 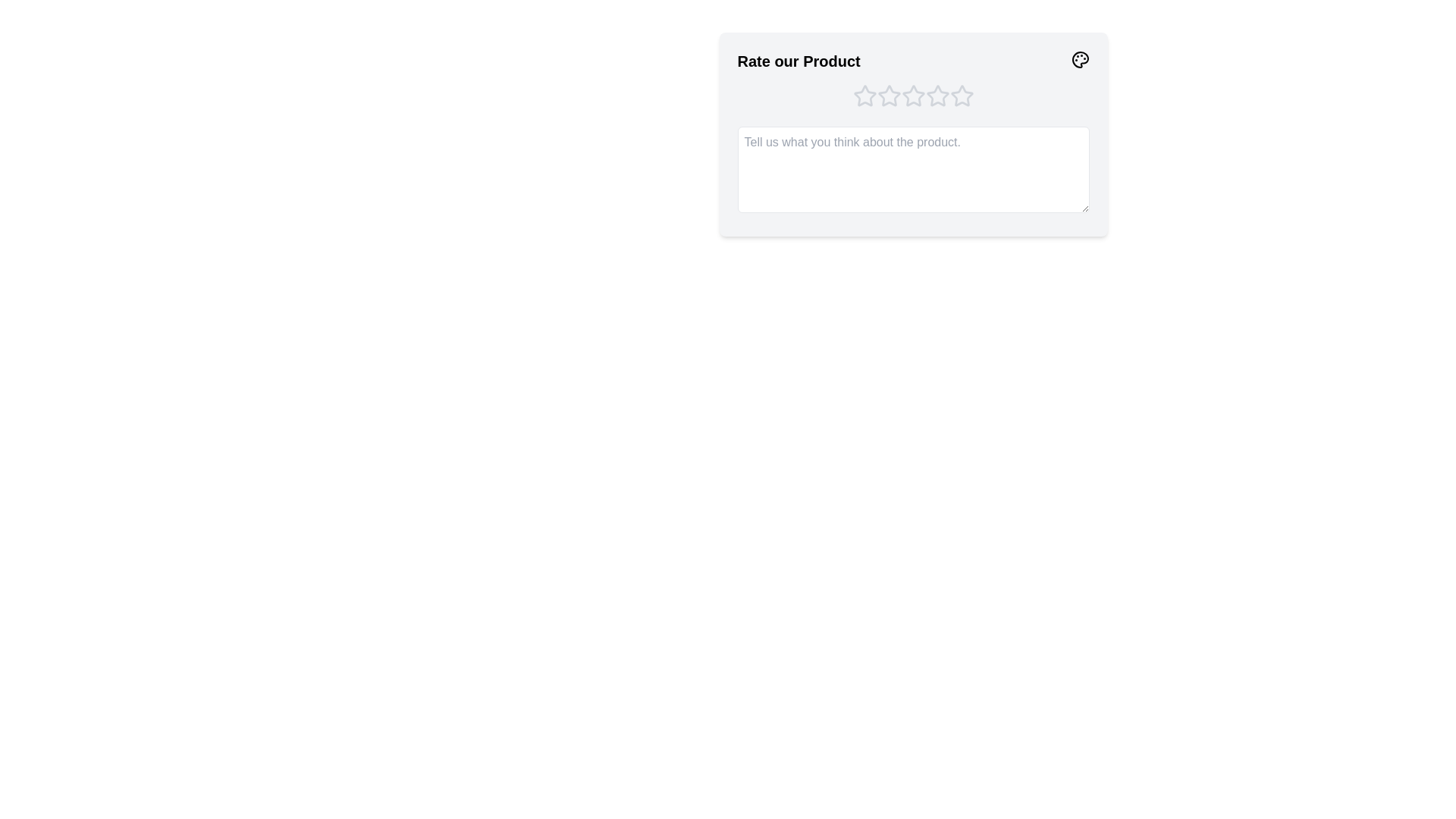 I want to click on the product rating to 1 stars by clicking on the corresponding star, so click(x=864, y=96).